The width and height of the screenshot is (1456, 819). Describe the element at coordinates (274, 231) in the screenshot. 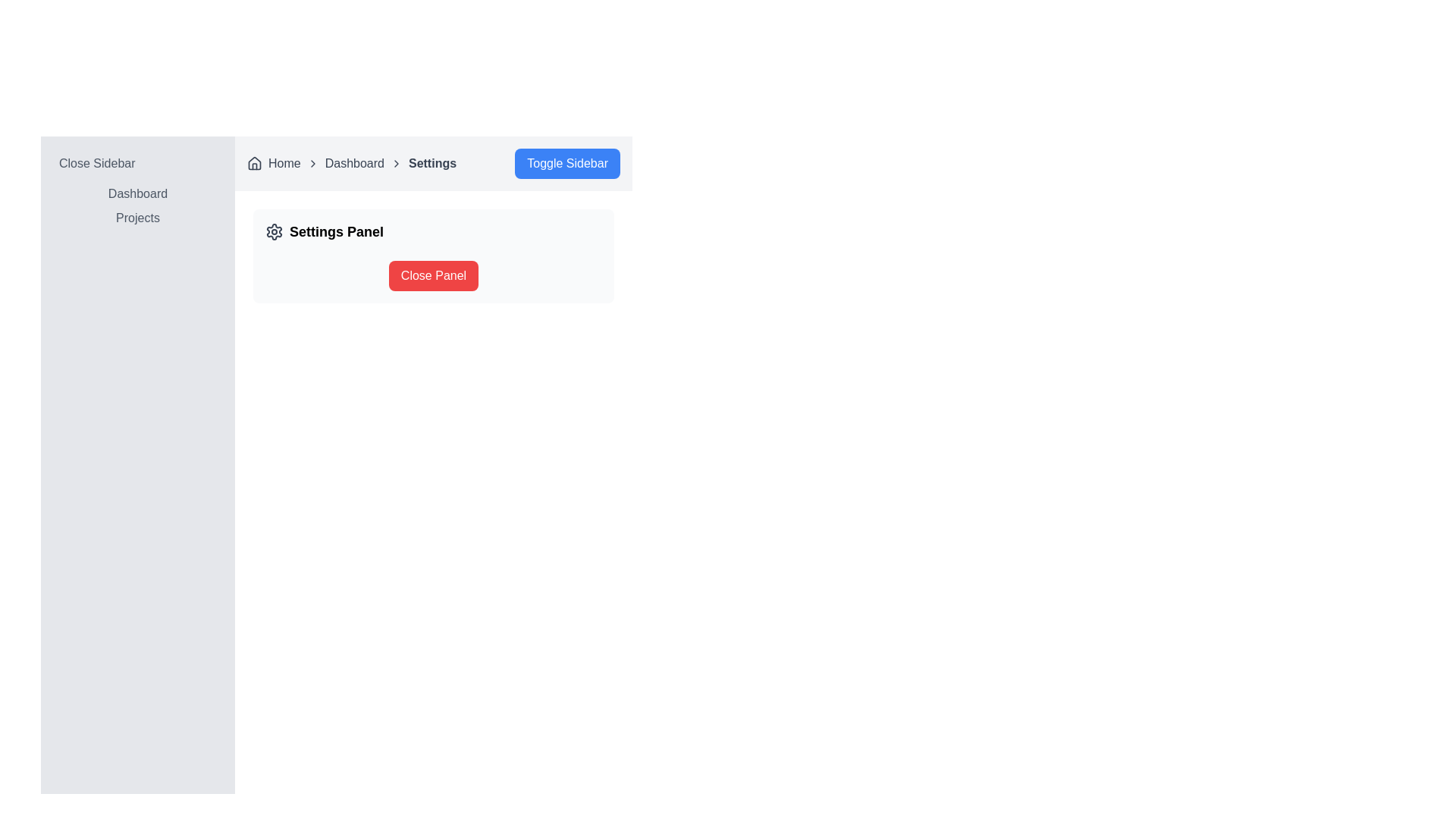

I see `the gear-shaped settings icon, located to the left of the 'Settings Panel' text, by moving the cursor to its center` at that location.